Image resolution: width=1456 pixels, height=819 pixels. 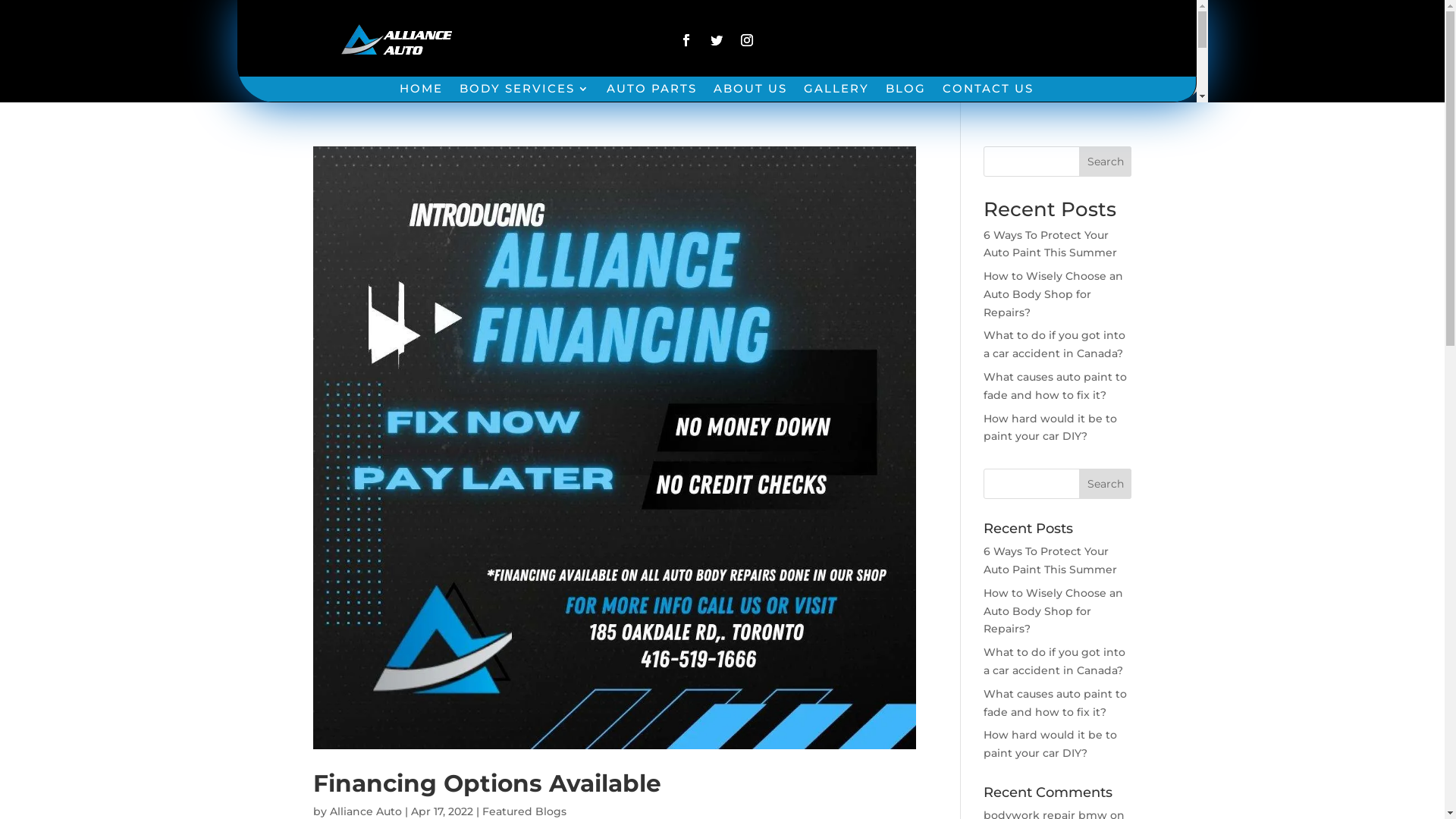 I want to click on 'Follow on Facebook', so click(x=686, y=39).